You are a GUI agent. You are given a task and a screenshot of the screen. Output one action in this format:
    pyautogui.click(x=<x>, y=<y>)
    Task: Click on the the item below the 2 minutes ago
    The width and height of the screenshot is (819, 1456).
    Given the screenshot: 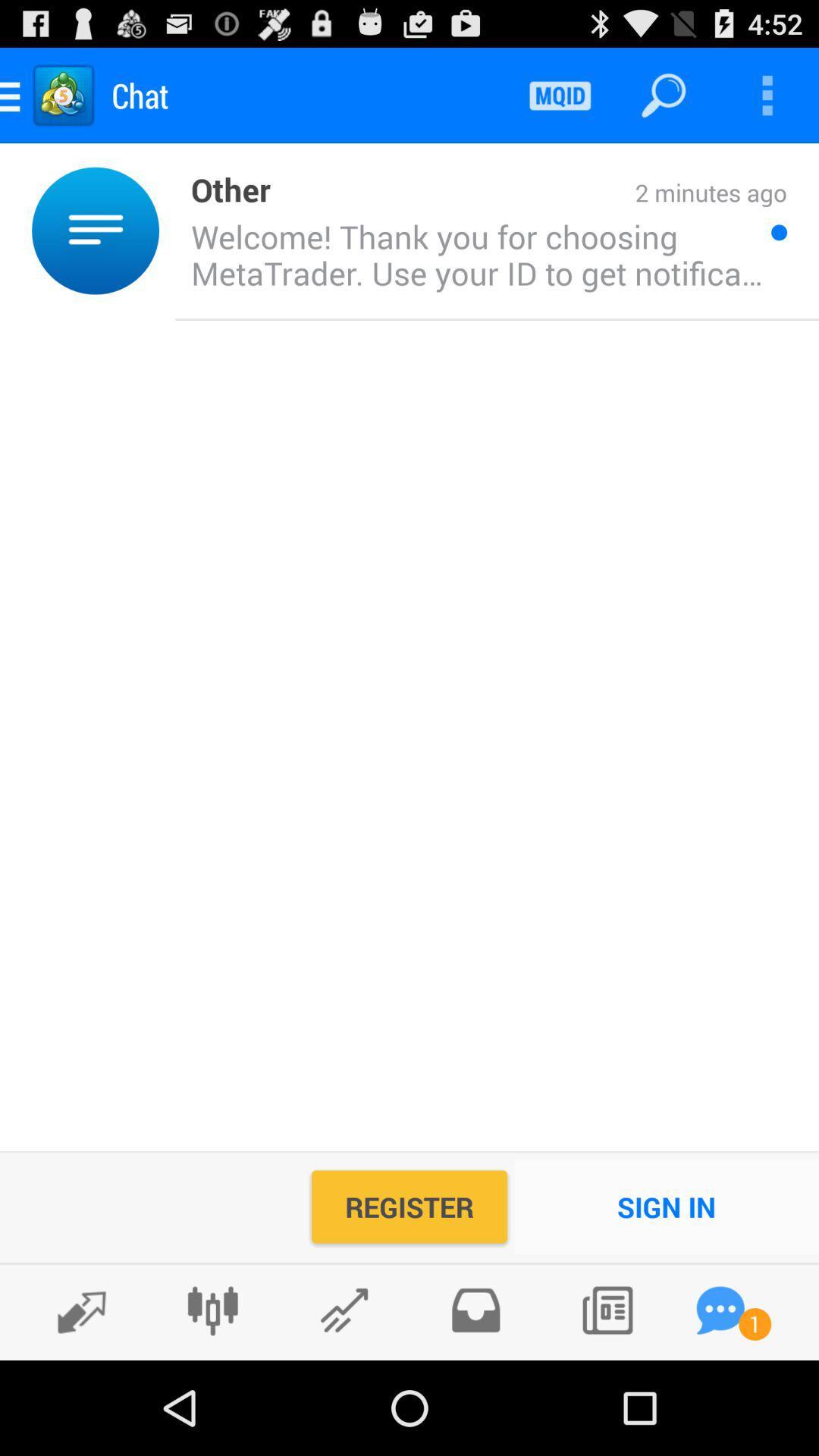 What is the action you would take?
    pyautogui.click(x=472, y=254)
    